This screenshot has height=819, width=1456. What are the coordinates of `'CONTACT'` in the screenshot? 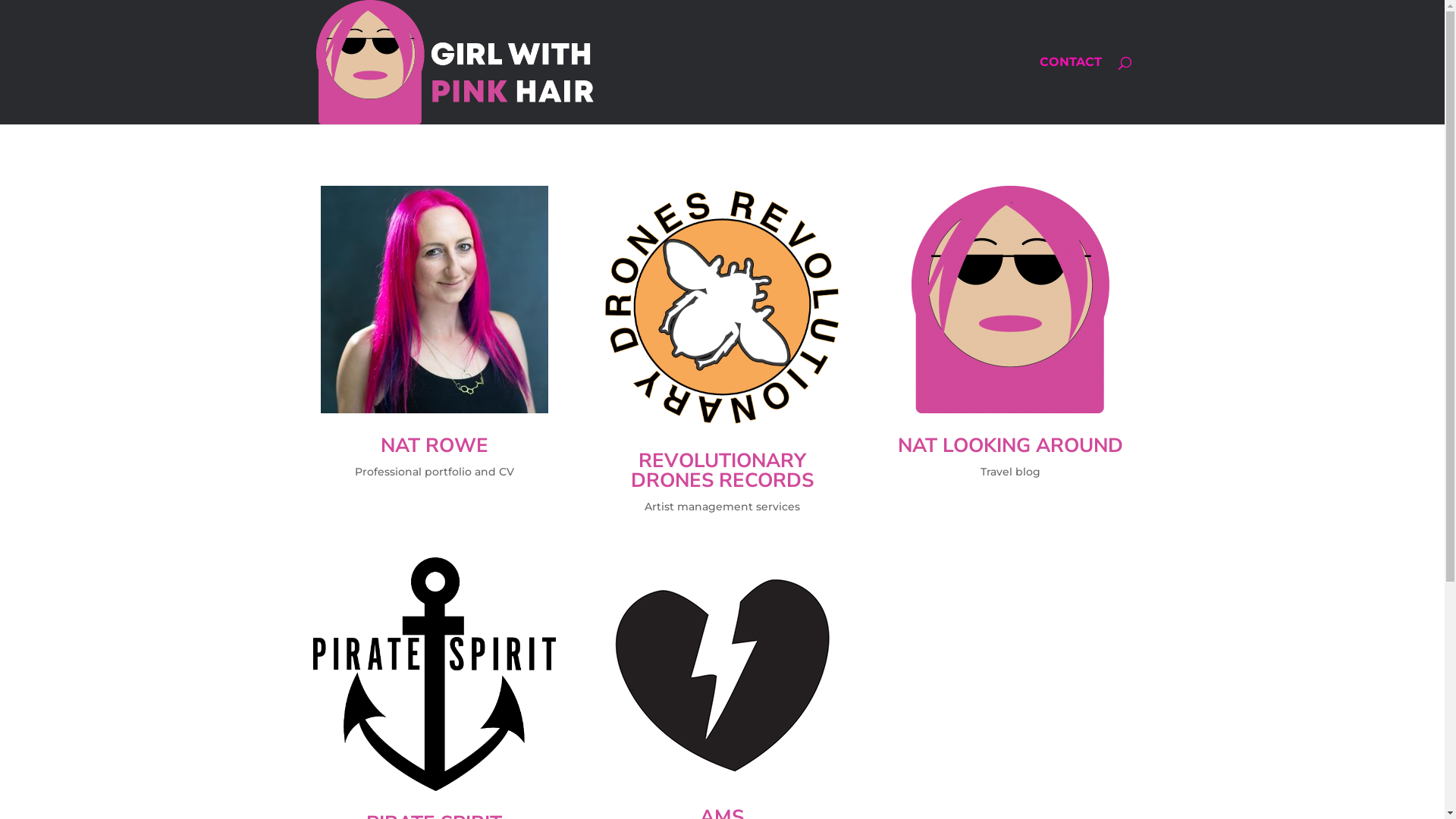 It's located at (1069, 90).